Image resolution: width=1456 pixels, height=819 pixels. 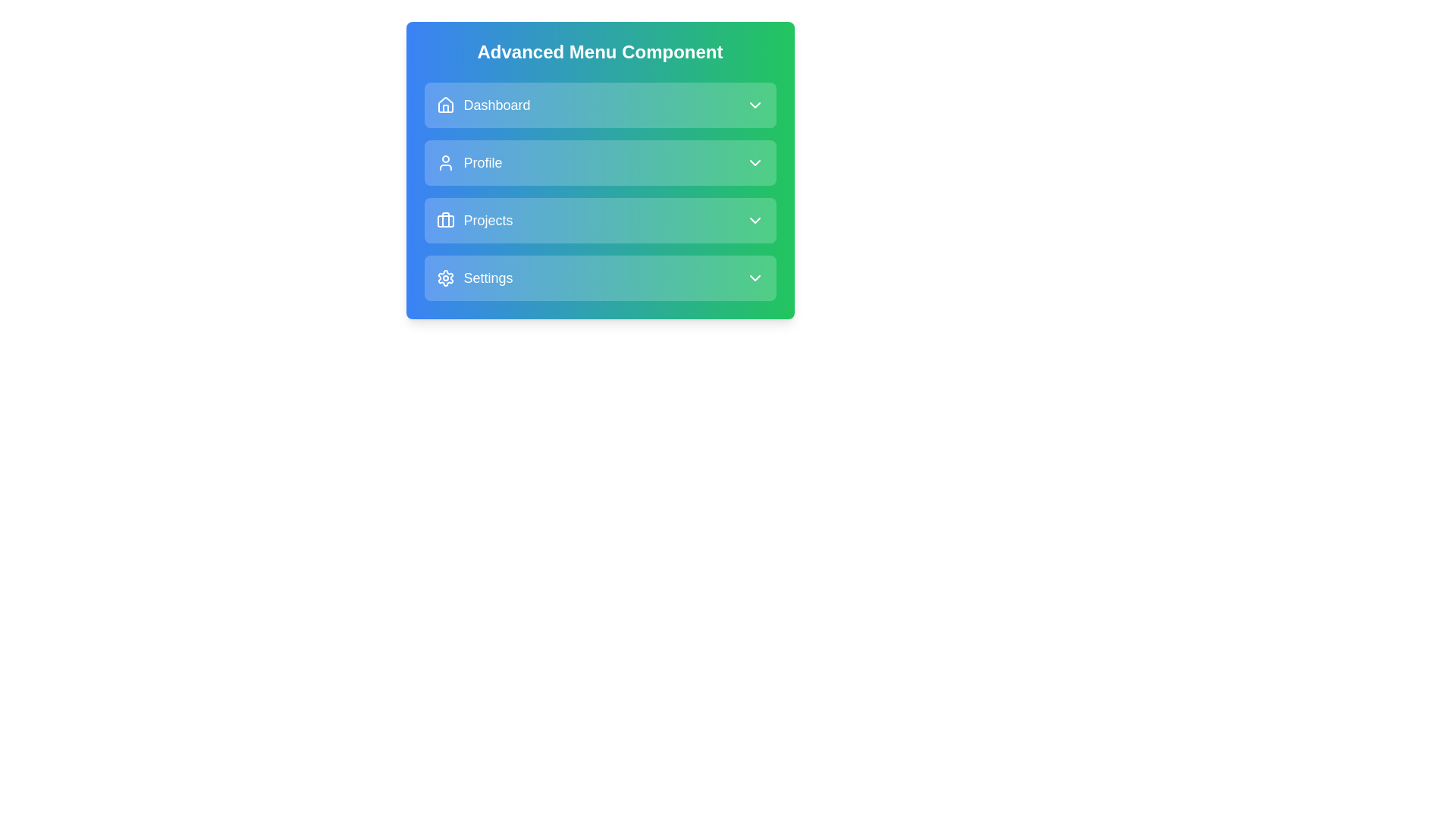 What do you see at coordinates (599, 278) in the screenshot?
I see `the settings button located at the bottom of a vertical list within a rounded rectangle menu` at bounding box center [599, 278].